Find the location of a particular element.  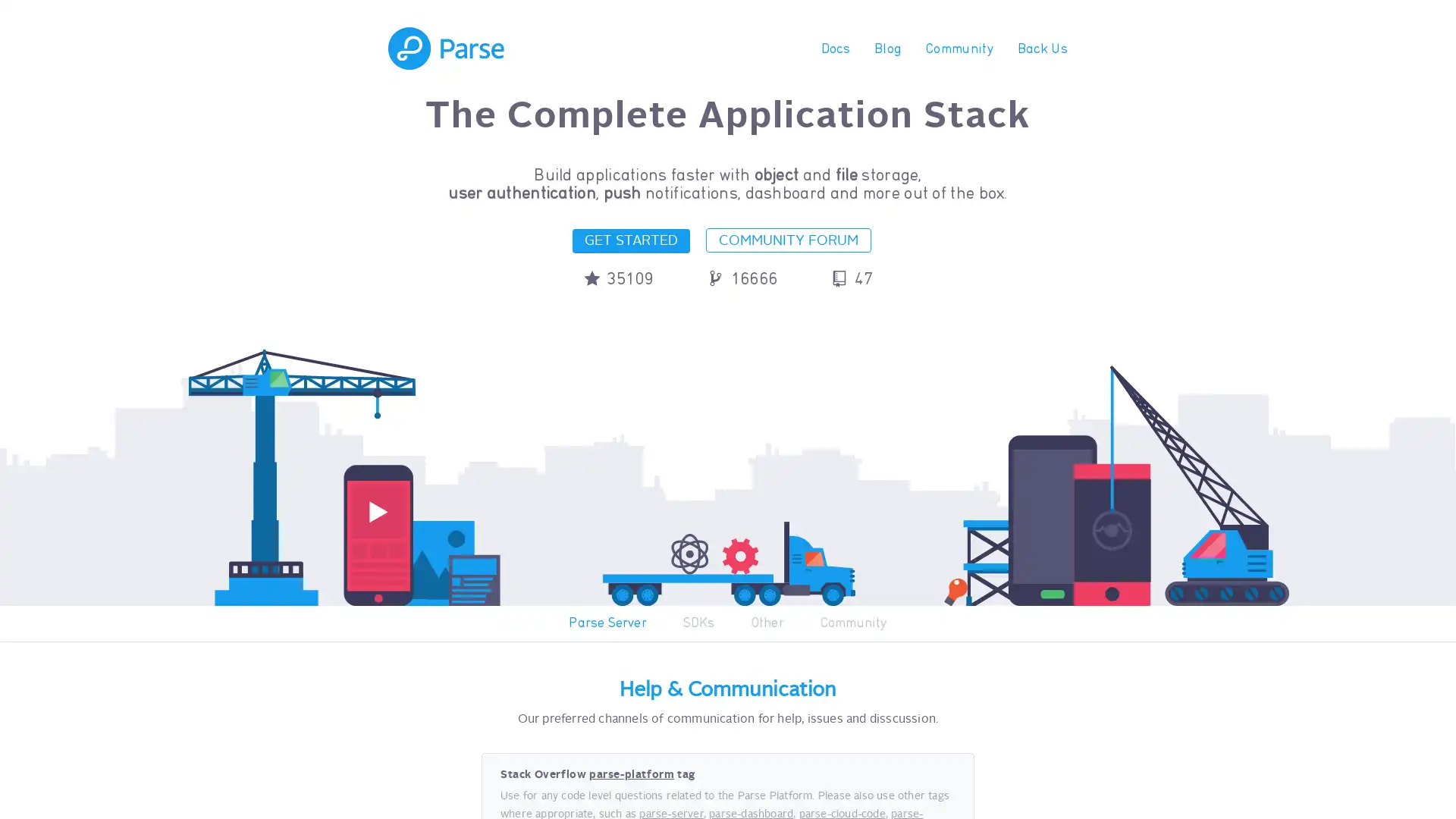

GET STARTED is located at coordinates (630, 240).